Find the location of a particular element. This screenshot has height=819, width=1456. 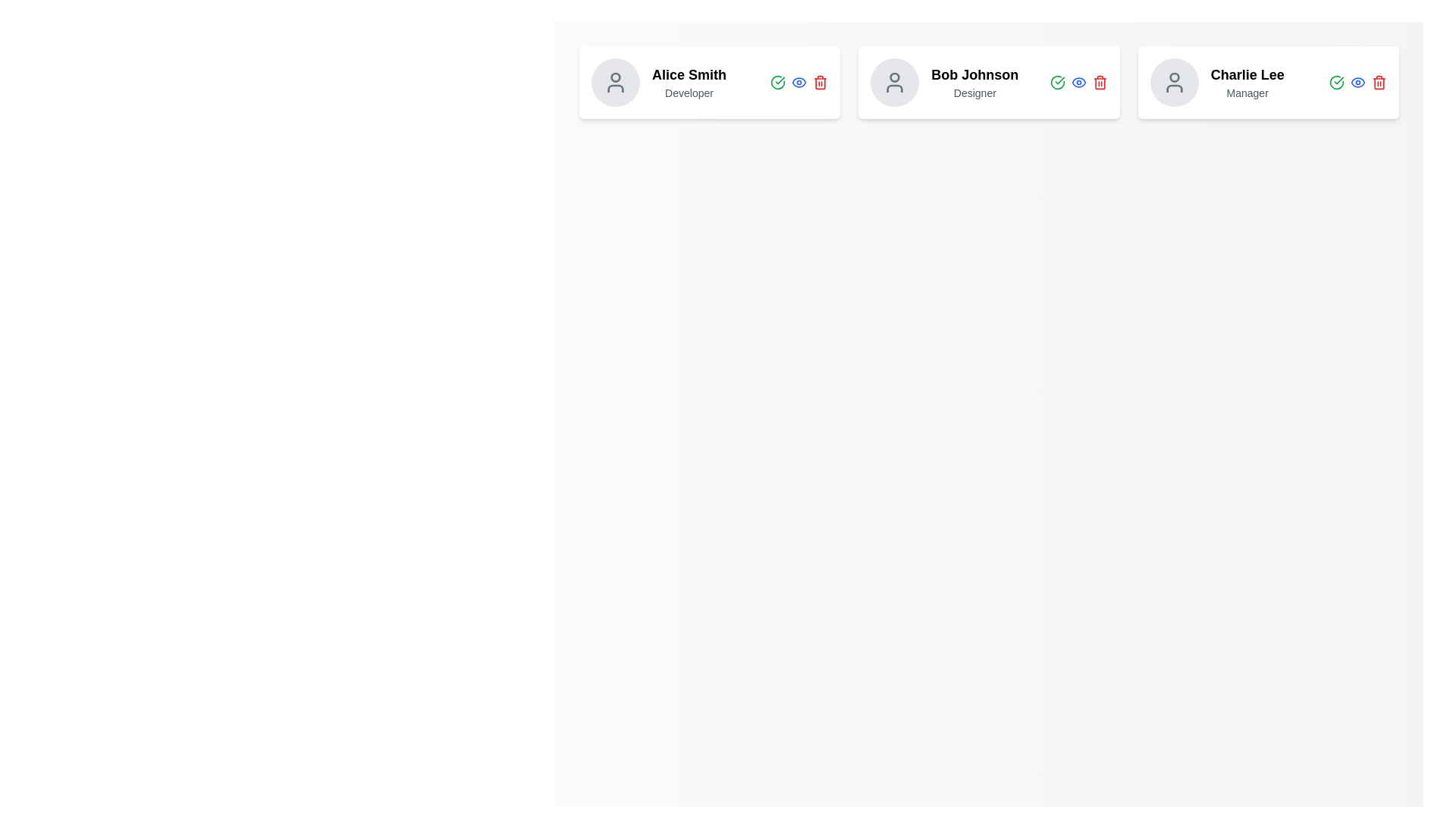

SVG circle element representing the head portion of the user avatar in developer tools is located at coordinates (1173, 77).